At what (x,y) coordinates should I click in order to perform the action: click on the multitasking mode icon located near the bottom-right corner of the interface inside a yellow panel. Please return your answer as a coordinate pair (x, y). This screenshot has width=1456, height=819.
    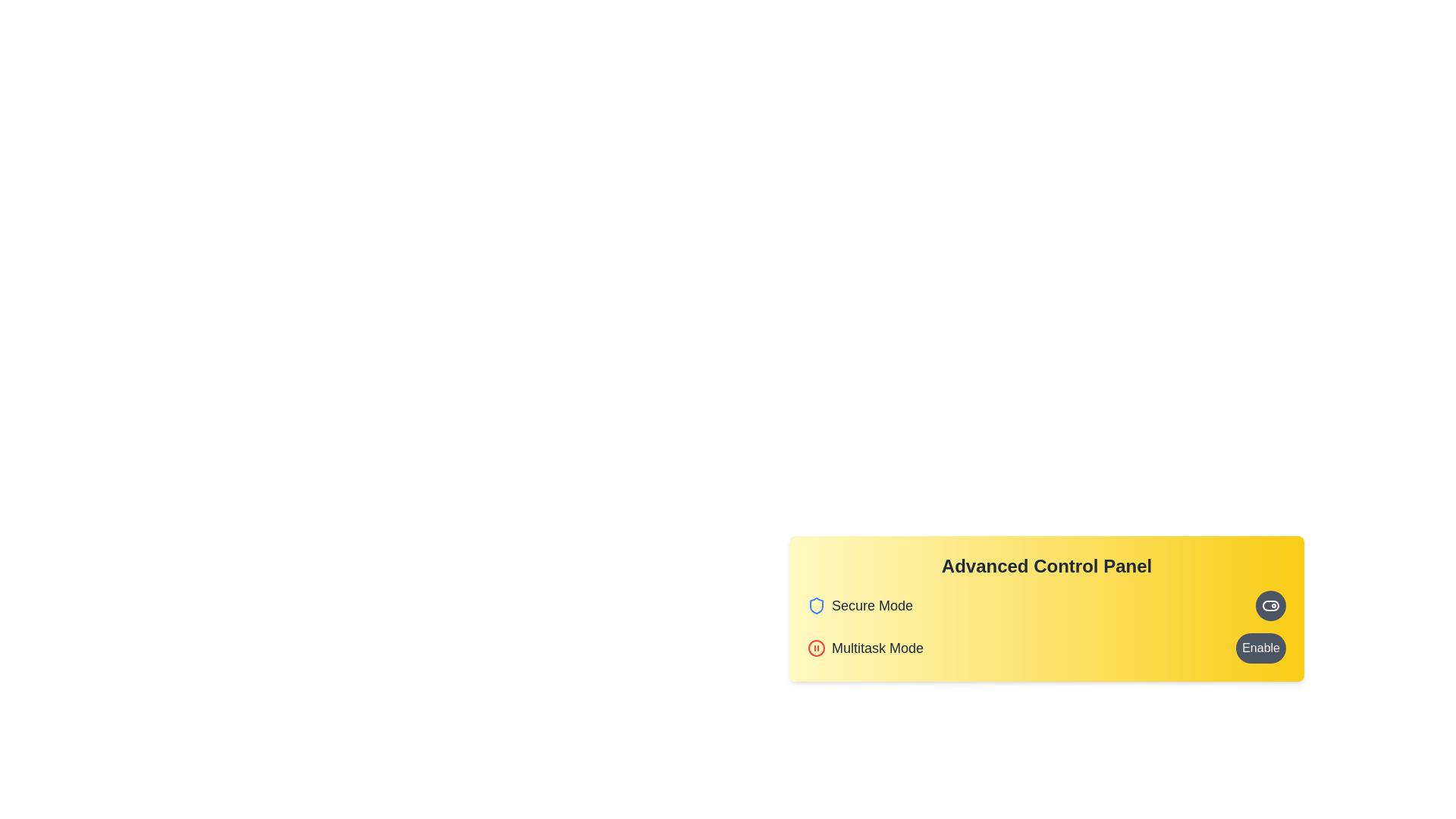
    Looking at the image, I should click on (815, 648).